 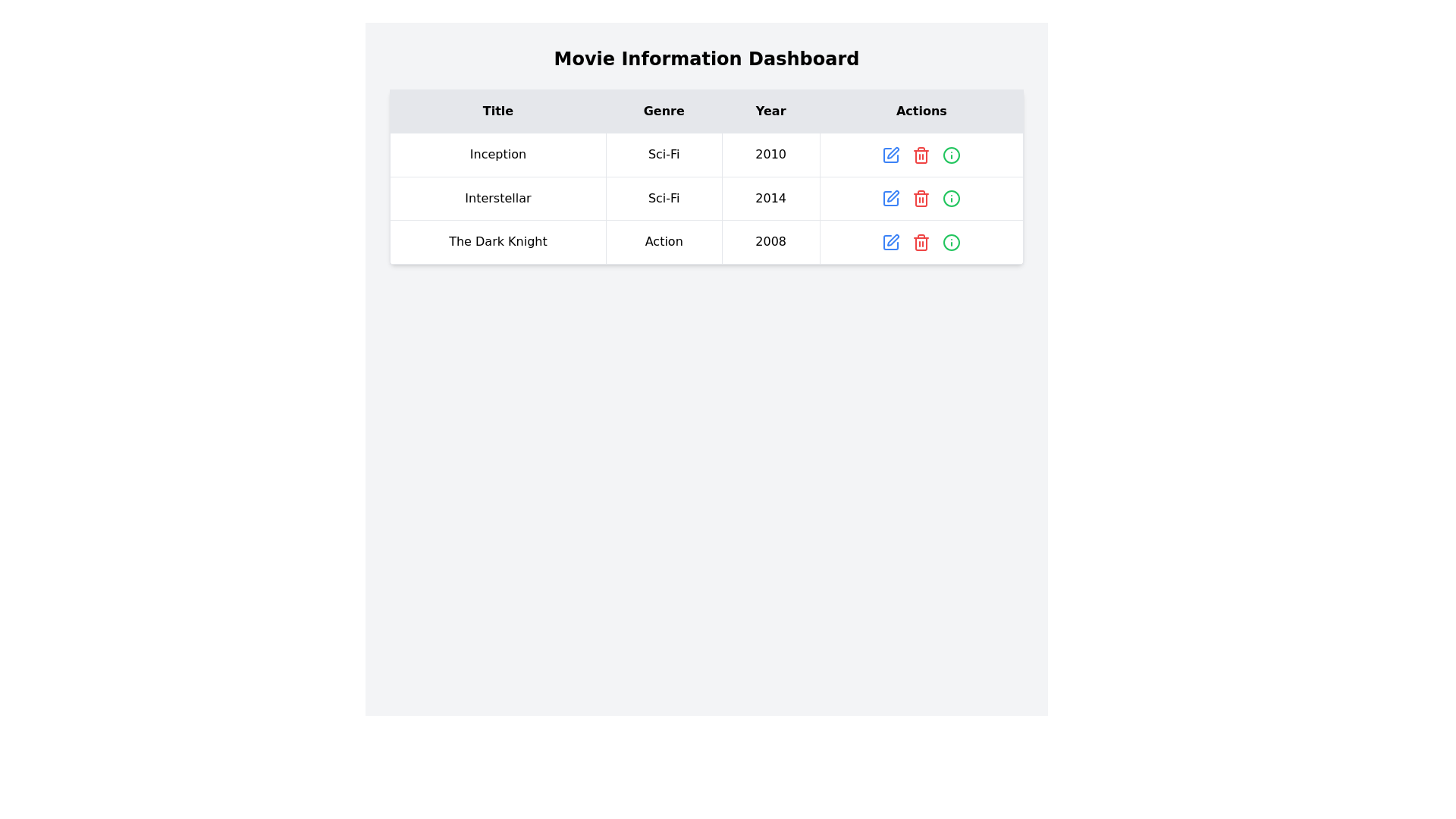 What do you see at coordinates (705, 197) in the screenshot?
I see `the second row in the table displaying movie details for 'Interstellar'` at bounding box center [705, 197].